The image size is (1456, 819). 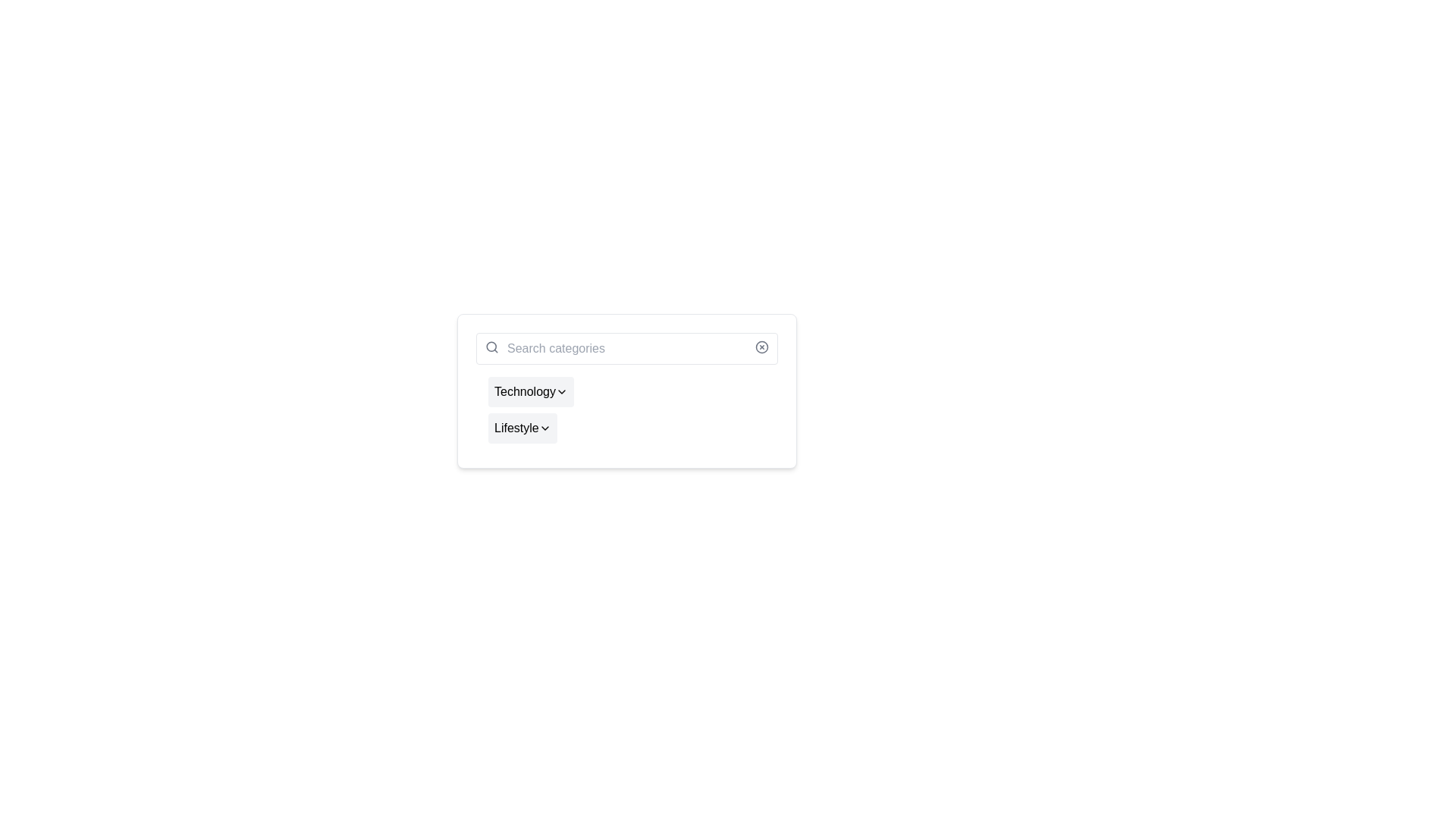 I want to click on the 'Lifestyle' dropdown menu button, so click(x=633, y=428).